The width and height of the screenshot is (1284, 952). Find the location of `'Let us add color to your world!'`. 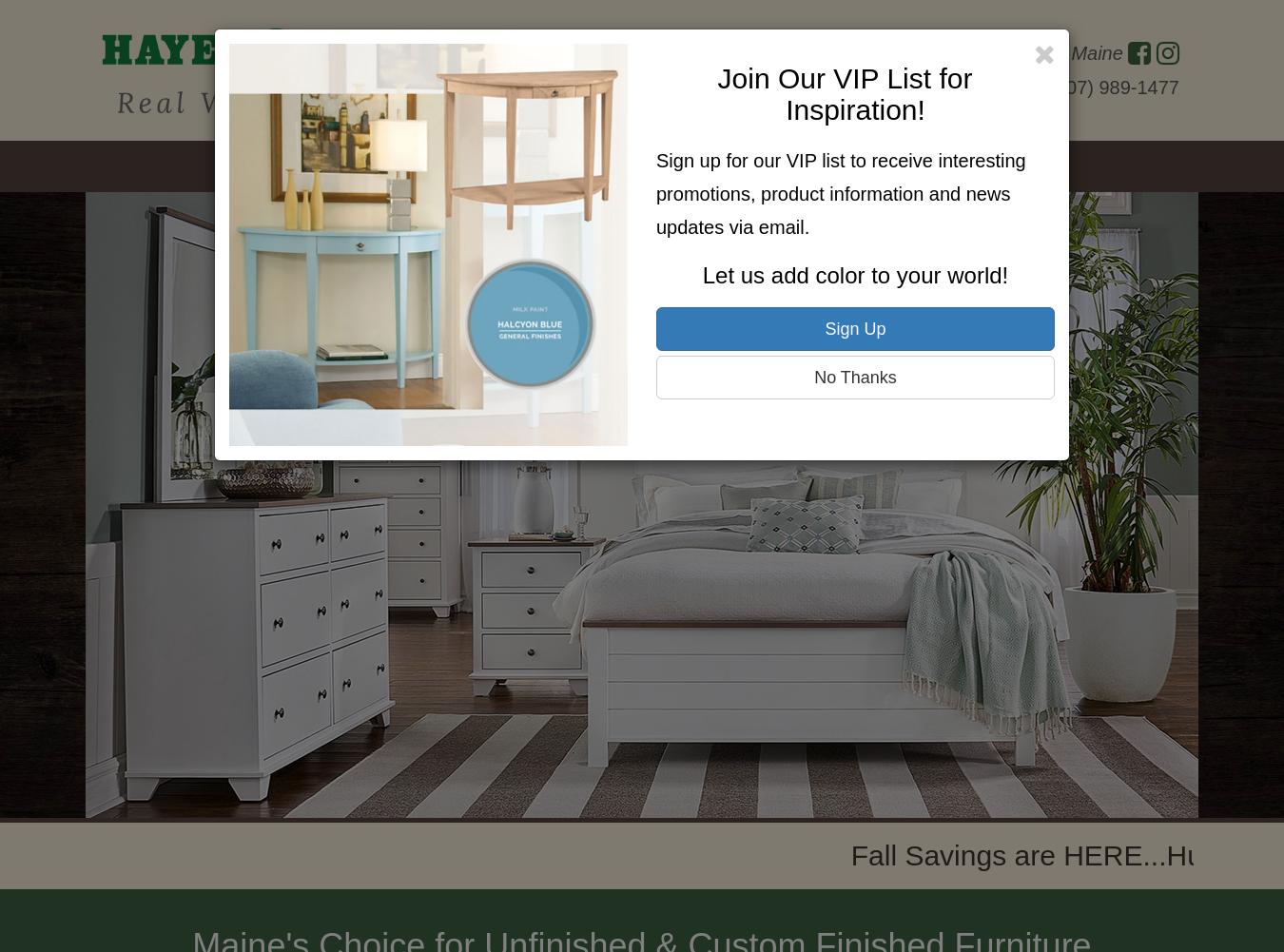

'Let us add color to your world!' is located at coordinates (854, 275).